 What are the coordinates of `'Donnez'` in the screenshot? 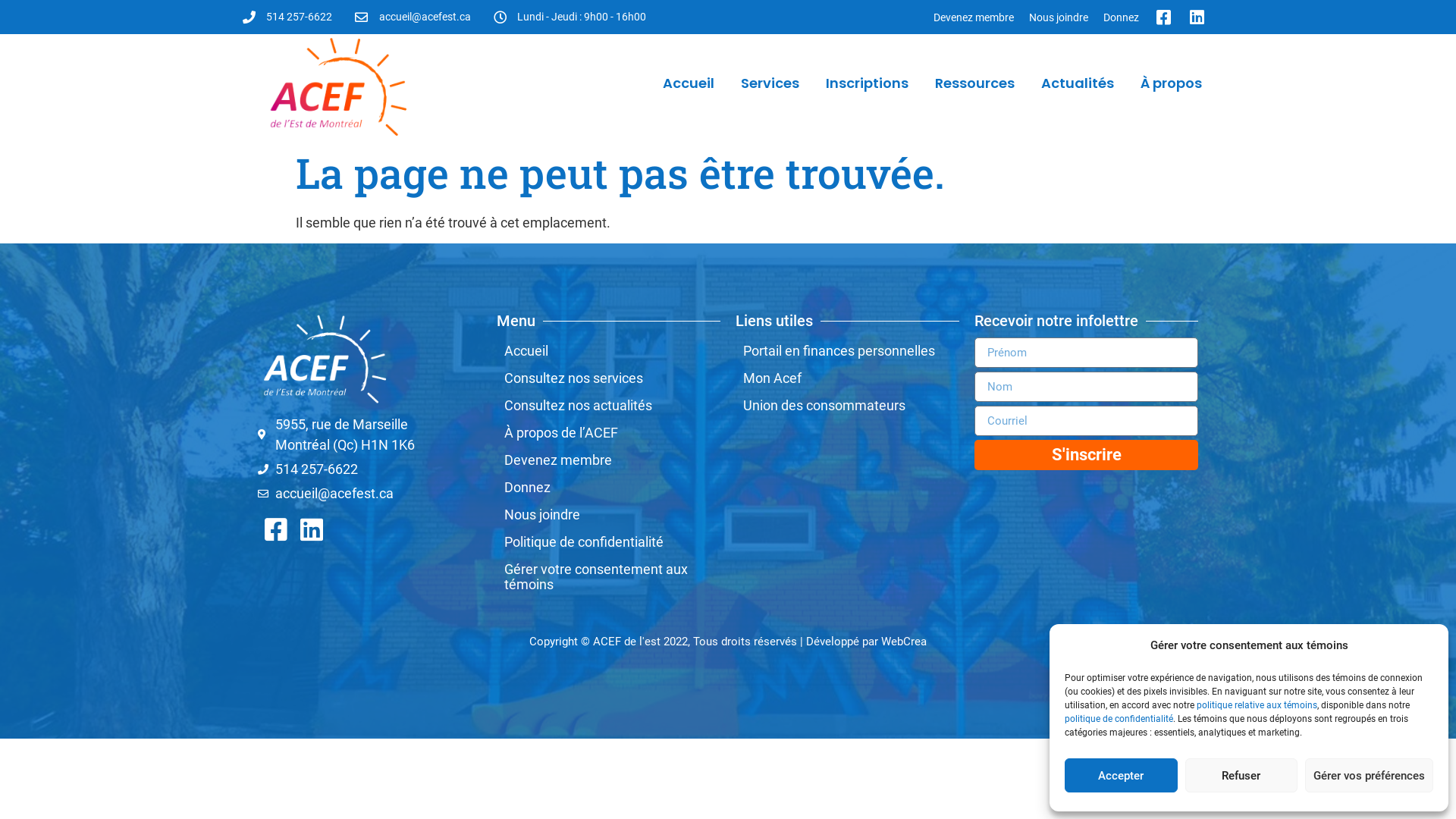 It's located at (608, 488).